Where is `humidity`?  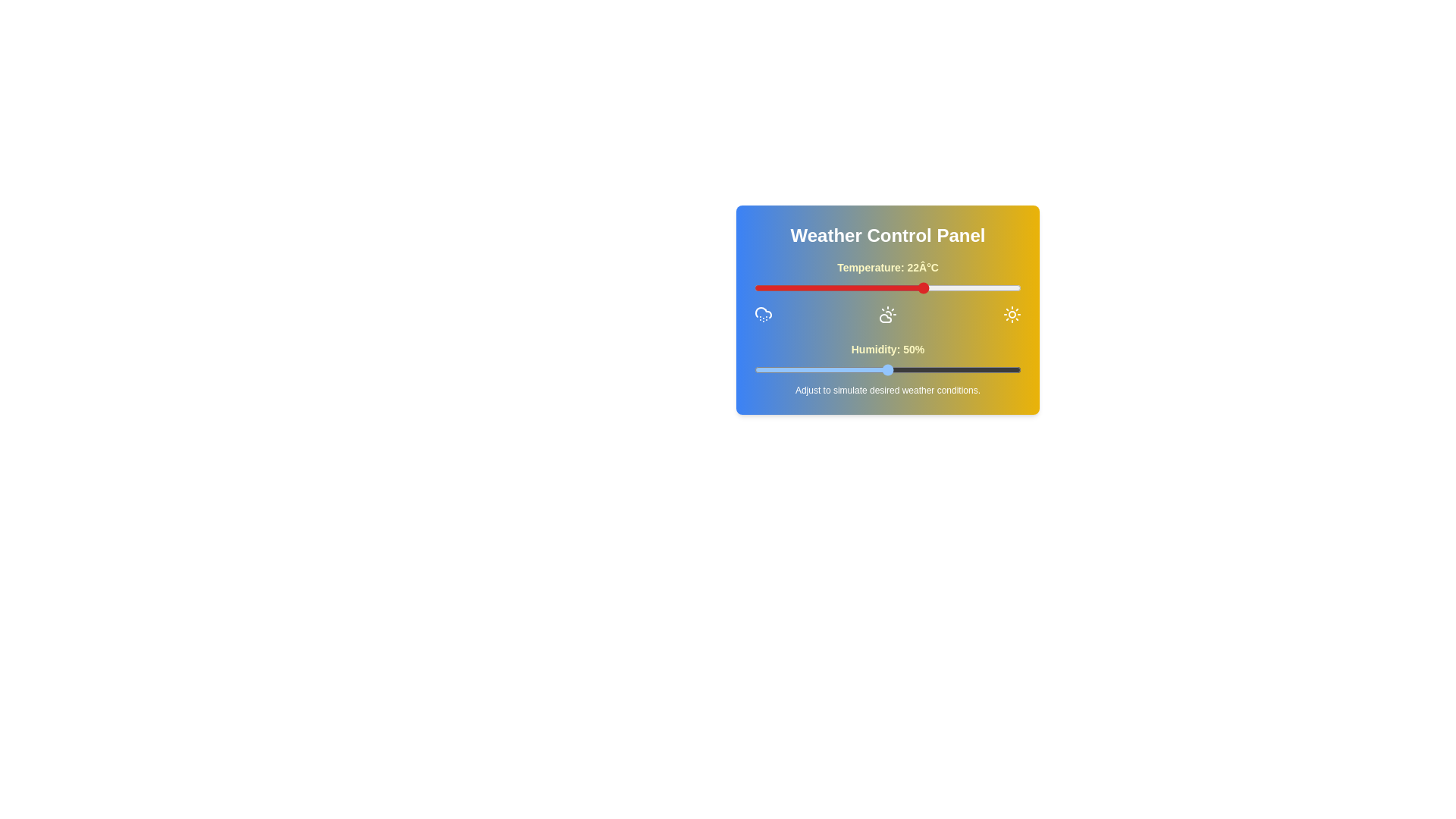 humidity is located at coordinates (935, 370).